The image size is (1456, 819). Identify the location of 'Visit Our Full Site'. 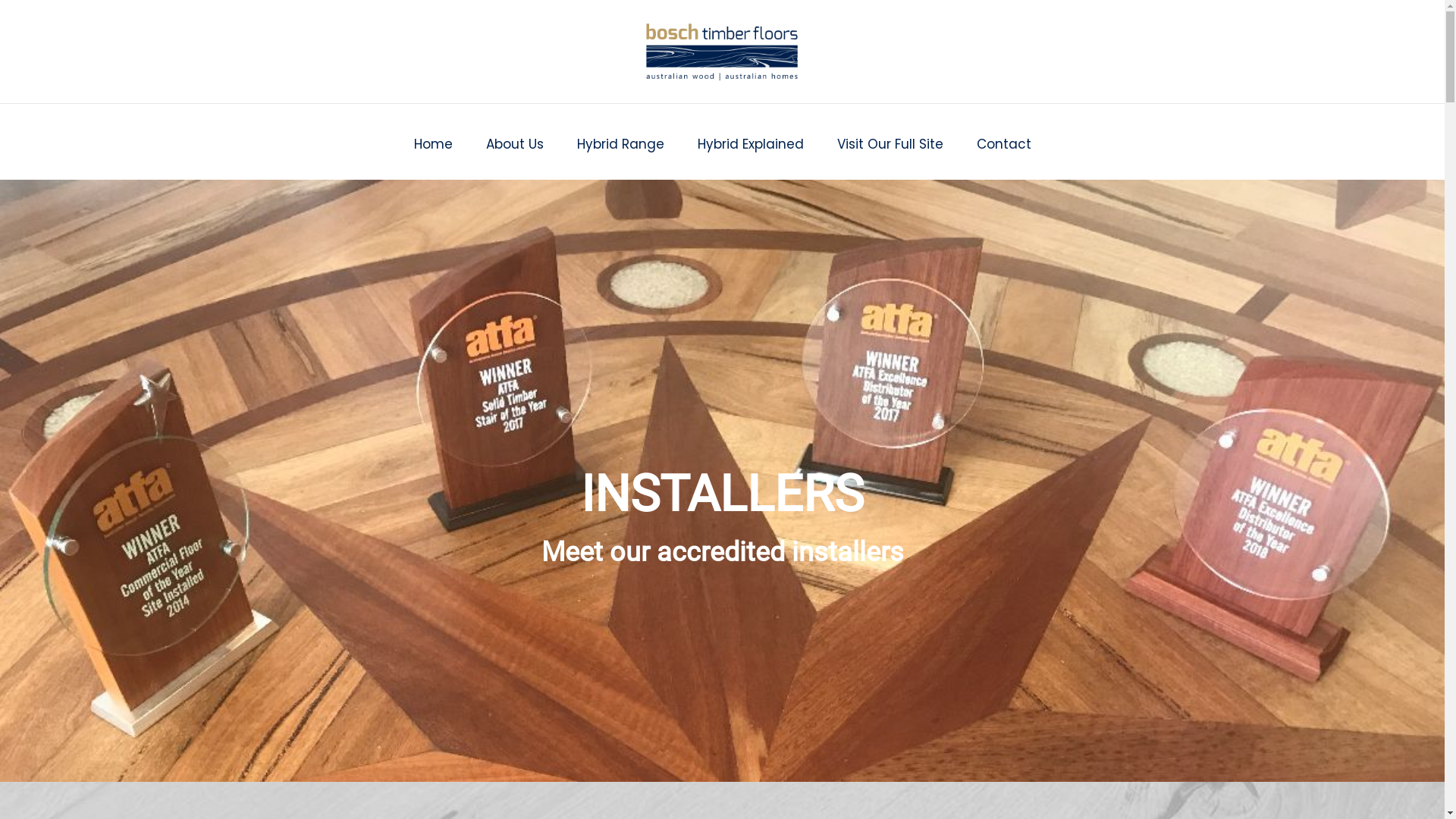
(890, 140).